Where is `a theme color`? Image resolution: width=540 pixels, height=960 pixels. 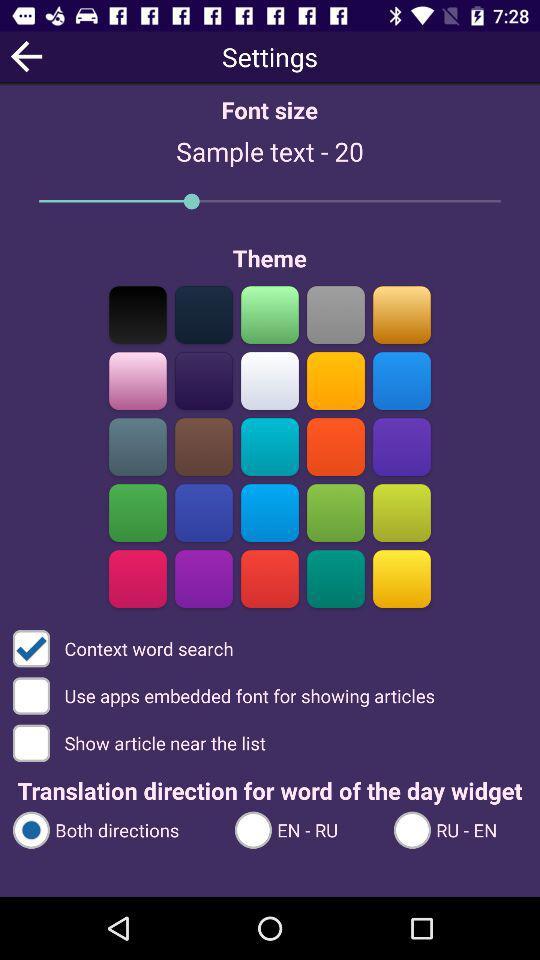
a theme color is located at coordinates (335, 578).